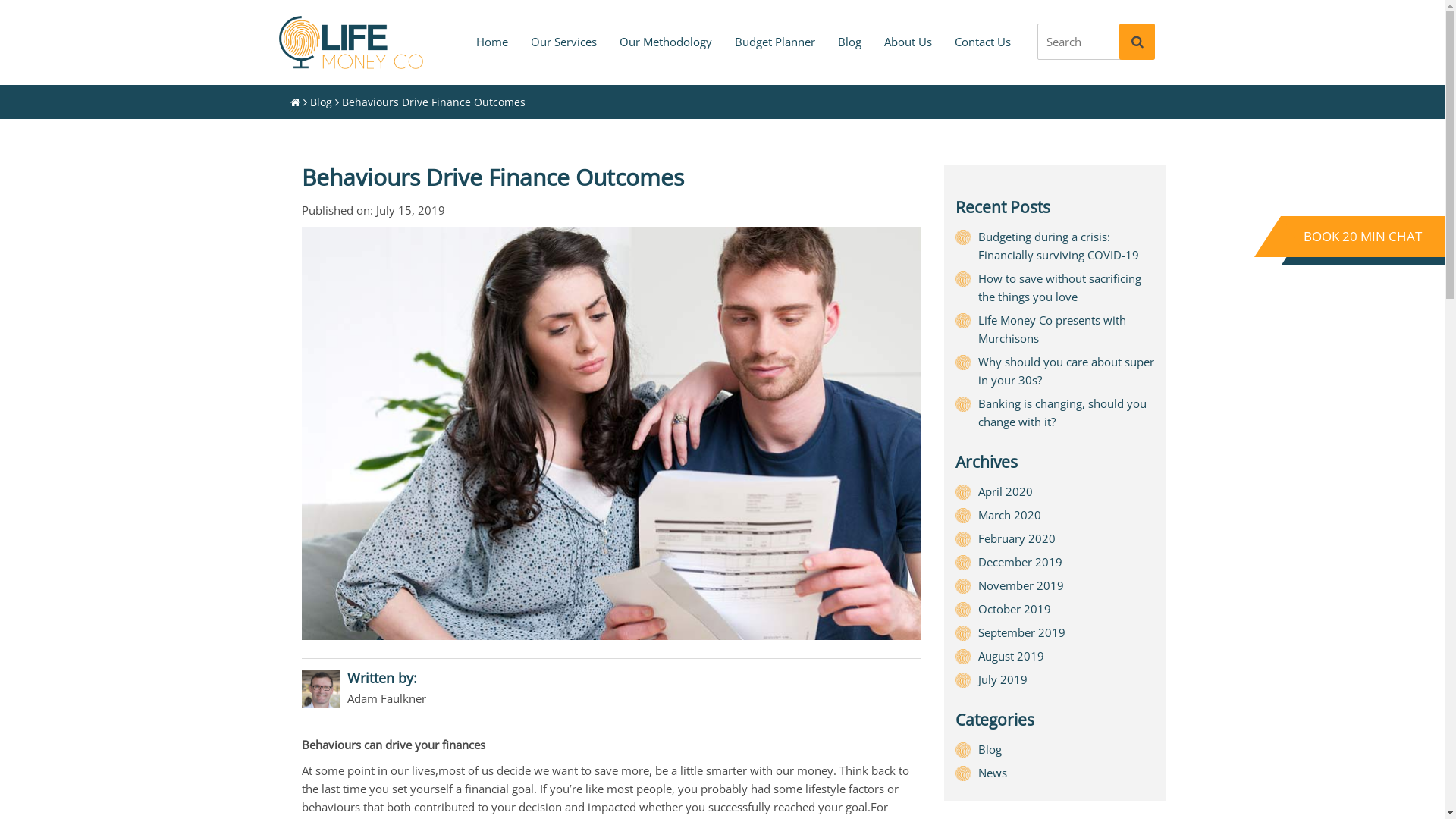  I want to click on 'Contact Us', so click(983, 40).